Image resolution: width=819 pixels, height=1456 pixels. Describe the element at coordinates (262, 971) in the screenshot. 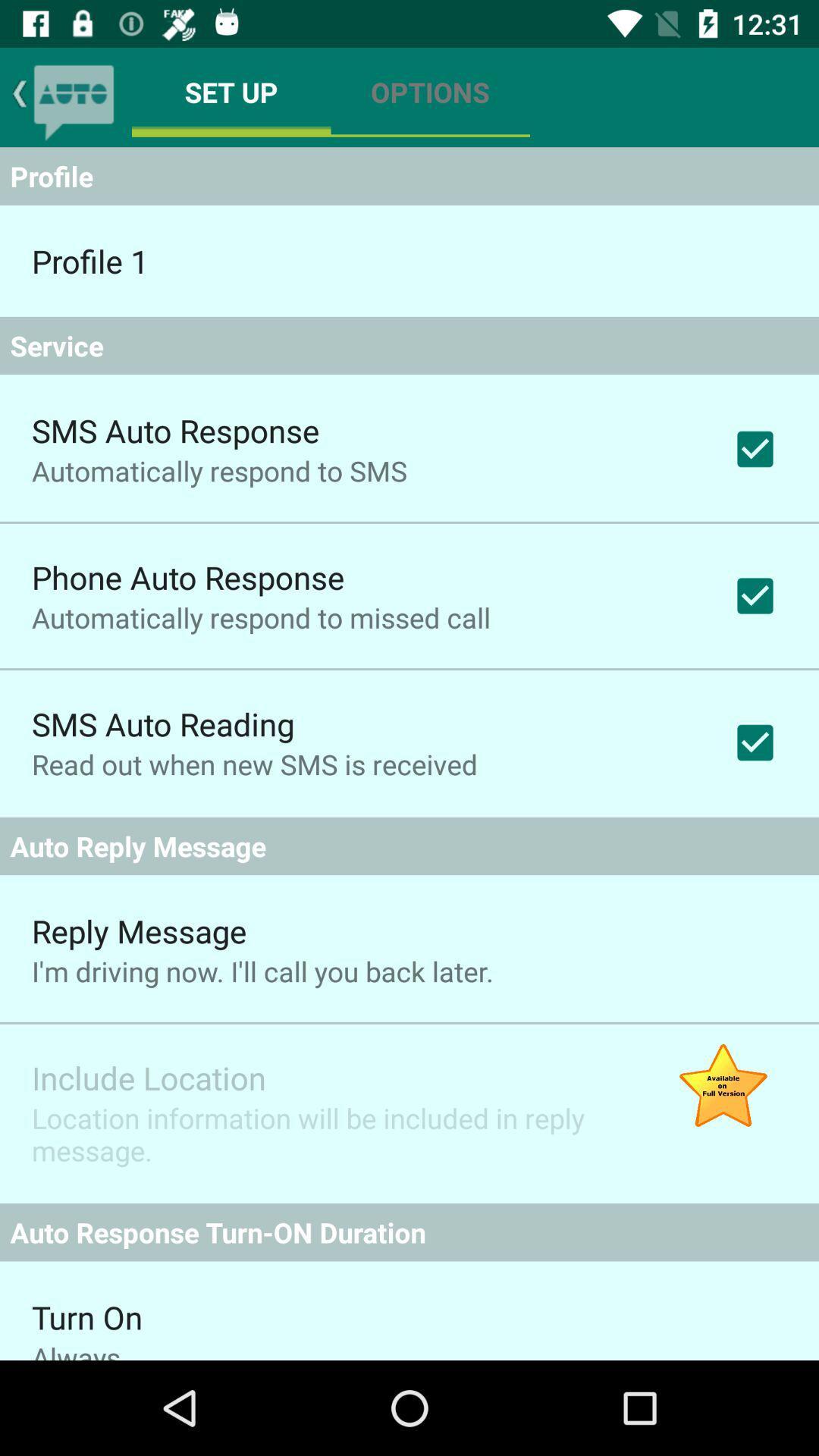

I see `the i m driving icon` at that location.